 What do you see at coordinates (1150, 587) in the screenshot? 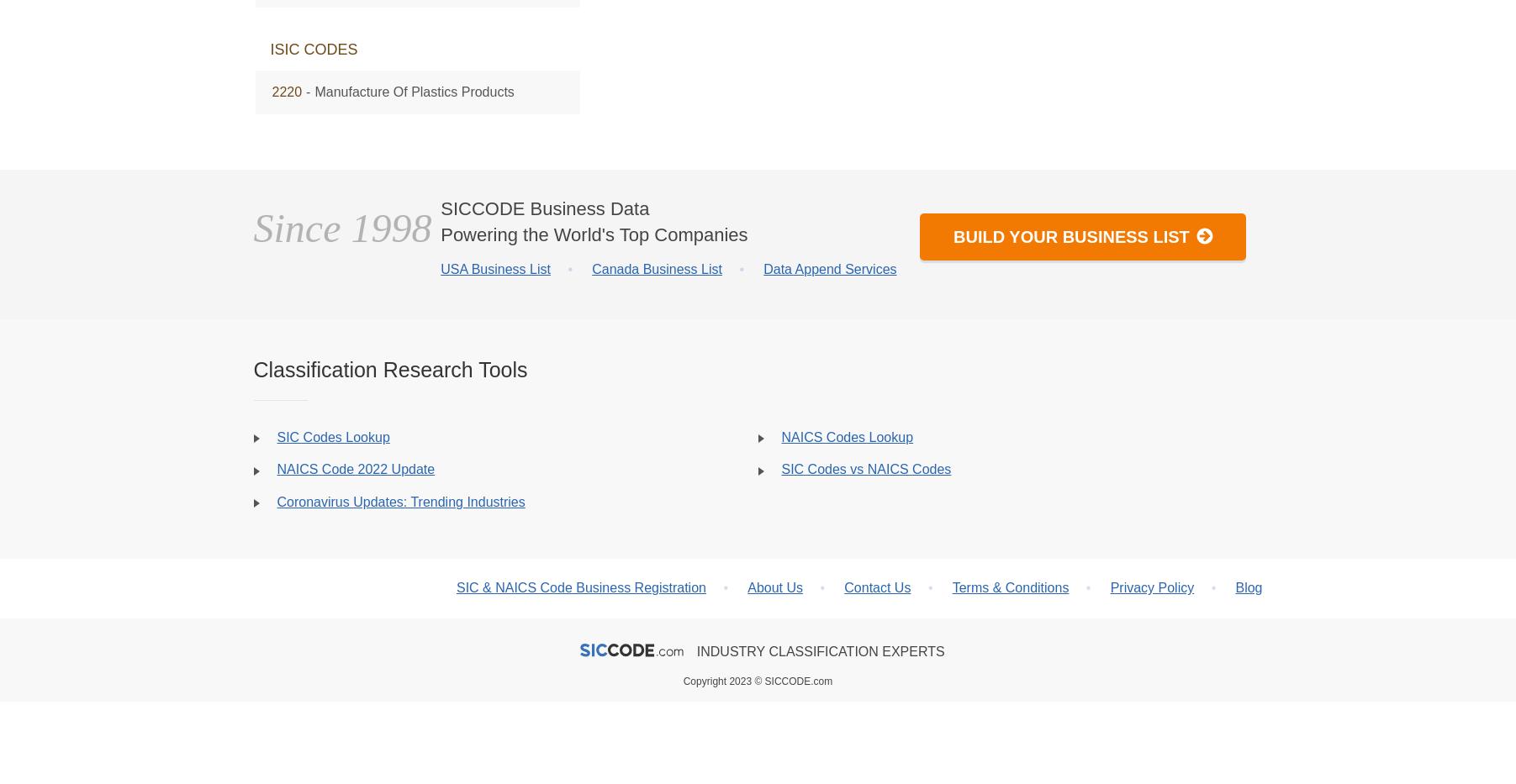
I see `'Privacy Policy'` at bounding box center [1150, 587].